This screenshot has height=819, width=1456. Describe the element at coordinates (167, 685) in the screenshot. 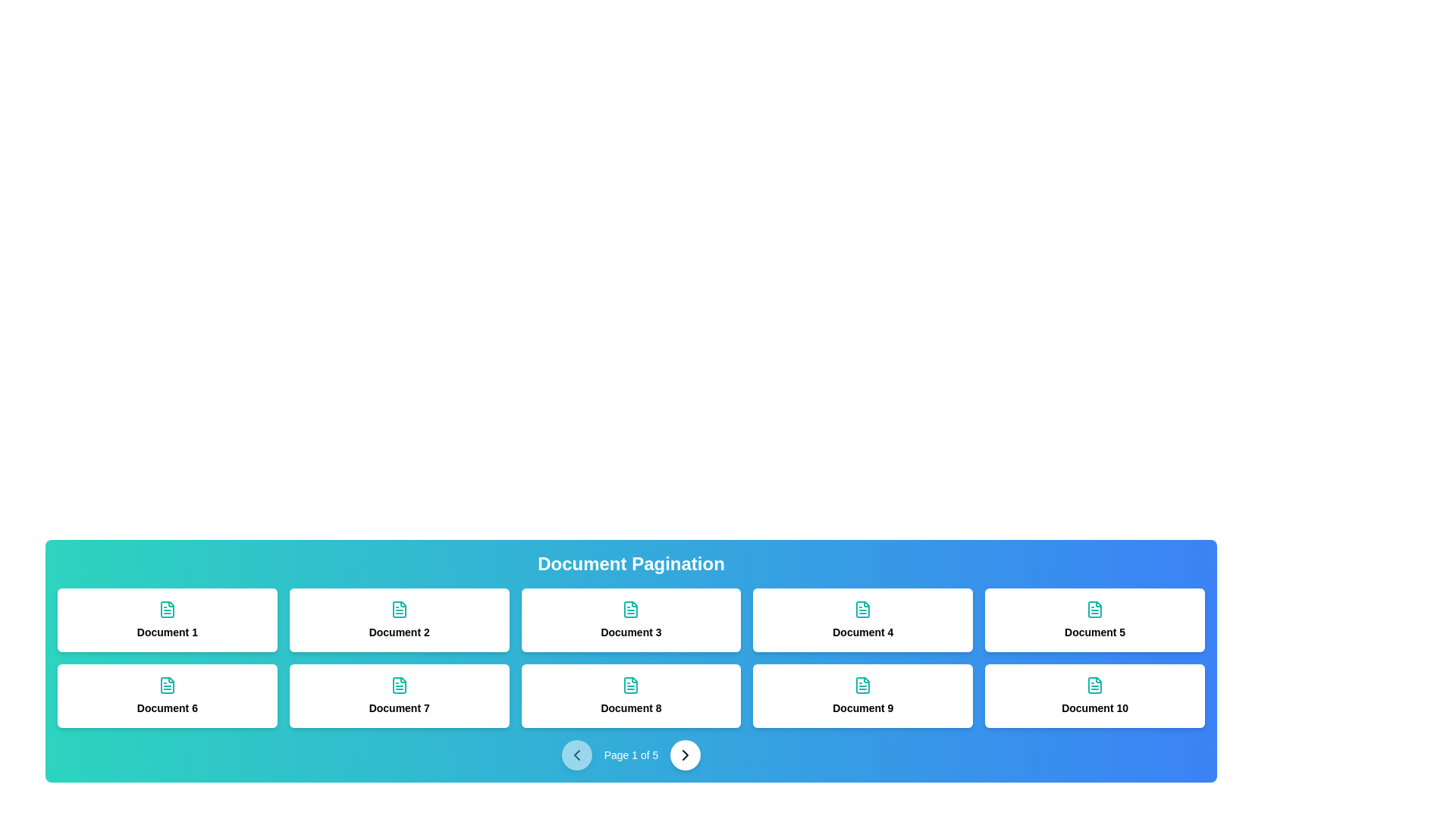

I see `the document icon representing the 'Document 6' card, located at the upper section of the card in the second row, first column of the grid layout` at that location.